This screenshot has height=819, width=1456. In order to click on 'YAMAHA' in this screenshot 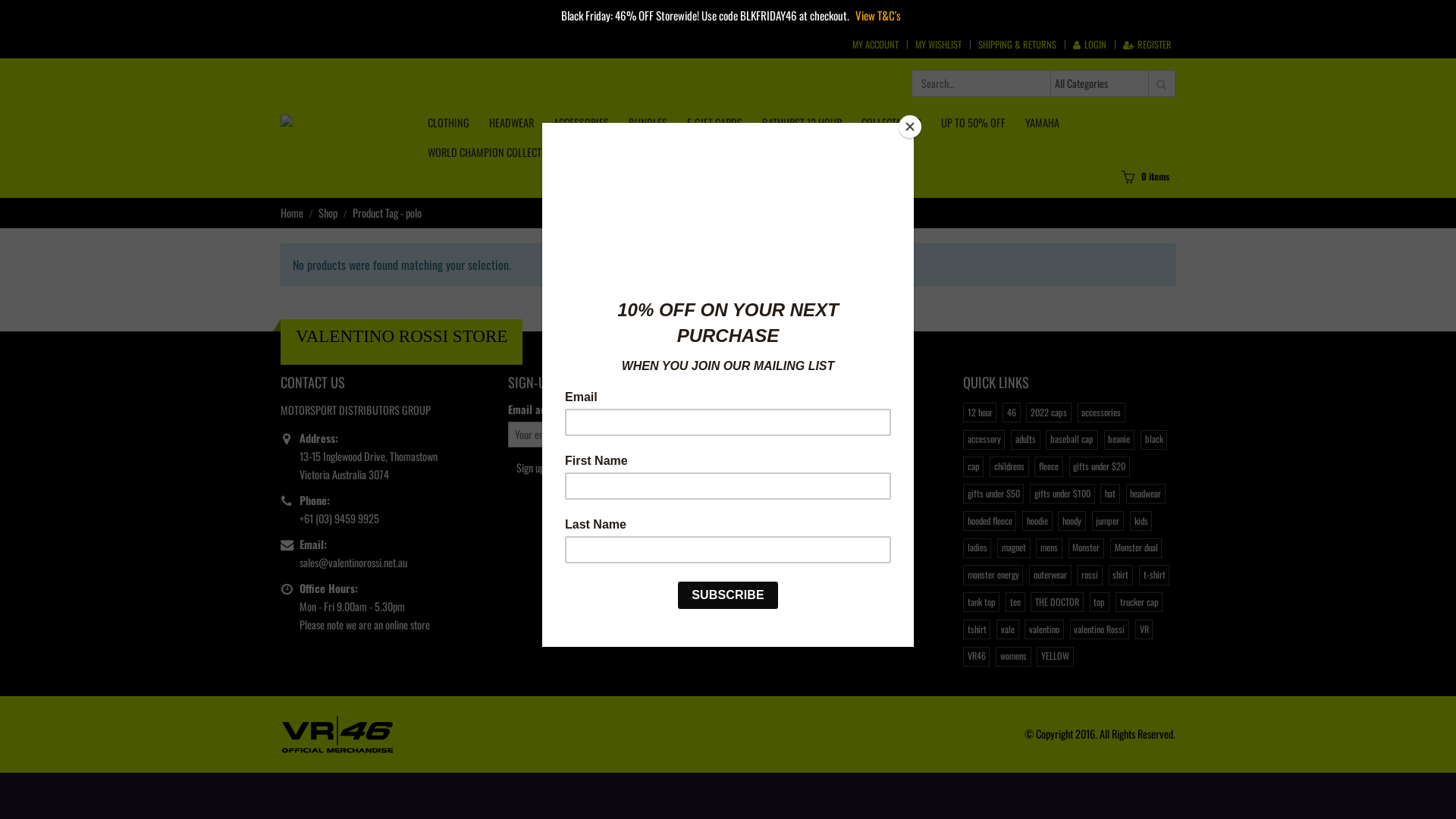, I will do `click(1041, 121)`.